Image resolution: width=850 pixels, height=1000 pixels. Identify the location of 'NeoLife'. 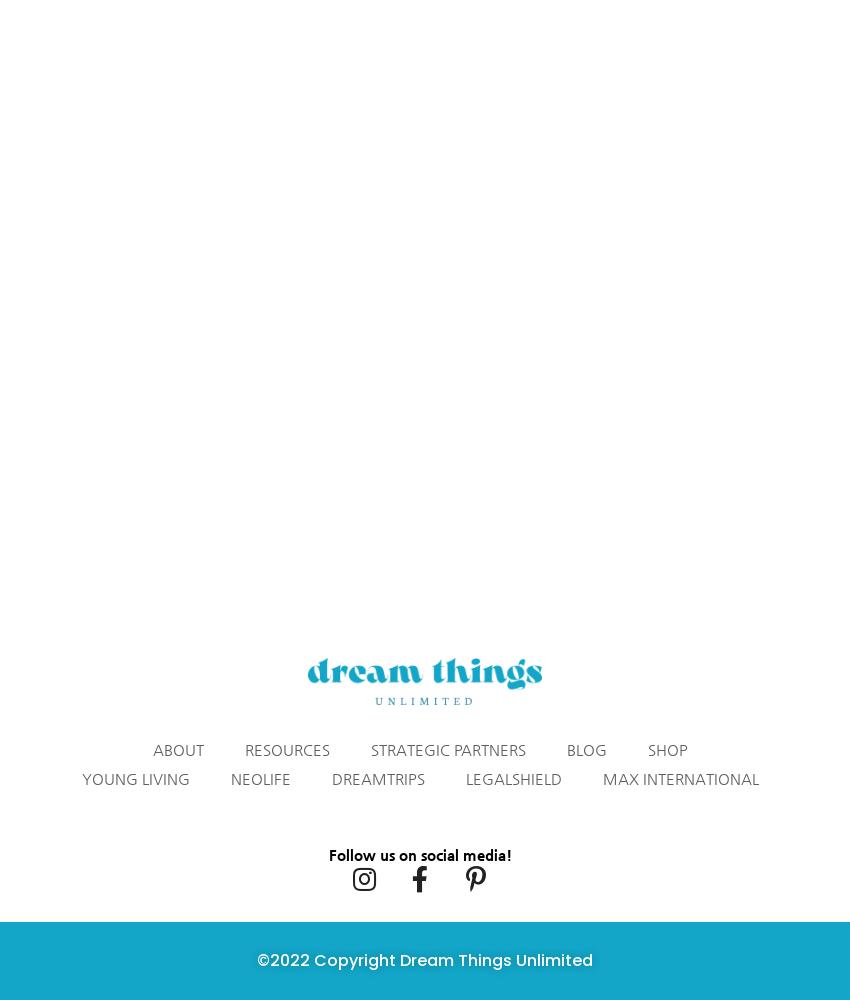
(259, 778).